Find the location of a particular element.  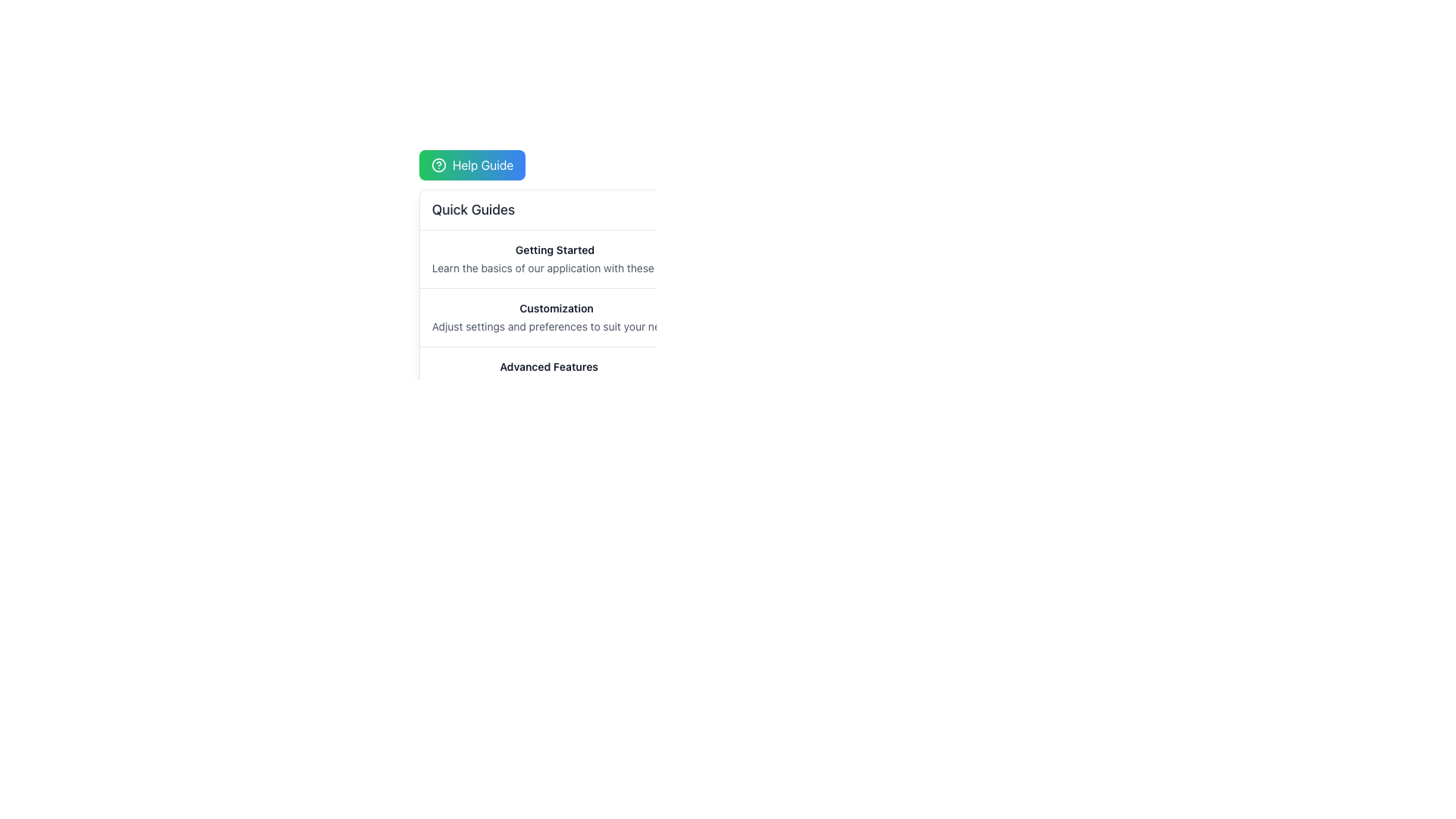

text displayed in the 'Getting Started' section, which includes a bolded heading and a secondary text that provides tips for using the application is located at coordinates (554, 259).